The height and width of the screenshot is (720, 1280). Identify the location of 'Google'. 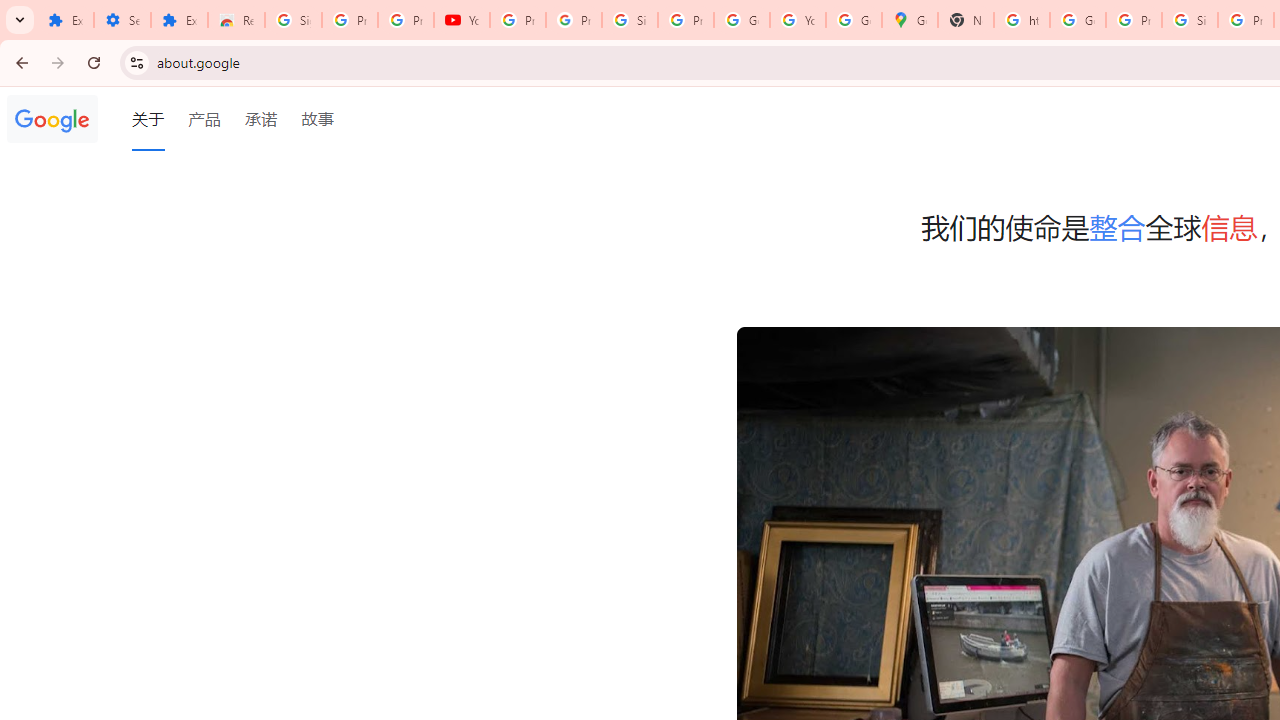
(52, 119).